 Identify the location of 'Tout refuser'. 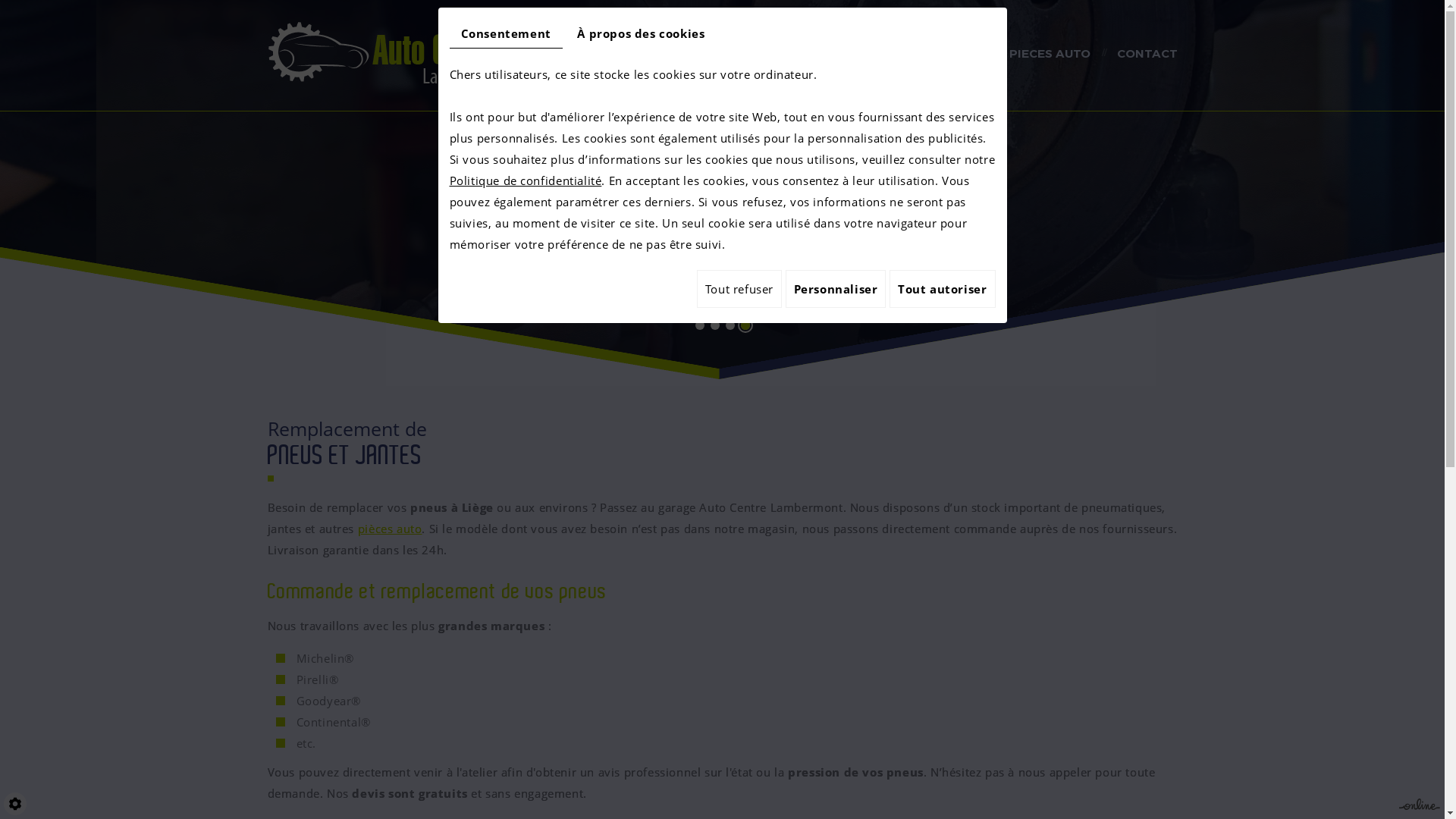
(739, 289).